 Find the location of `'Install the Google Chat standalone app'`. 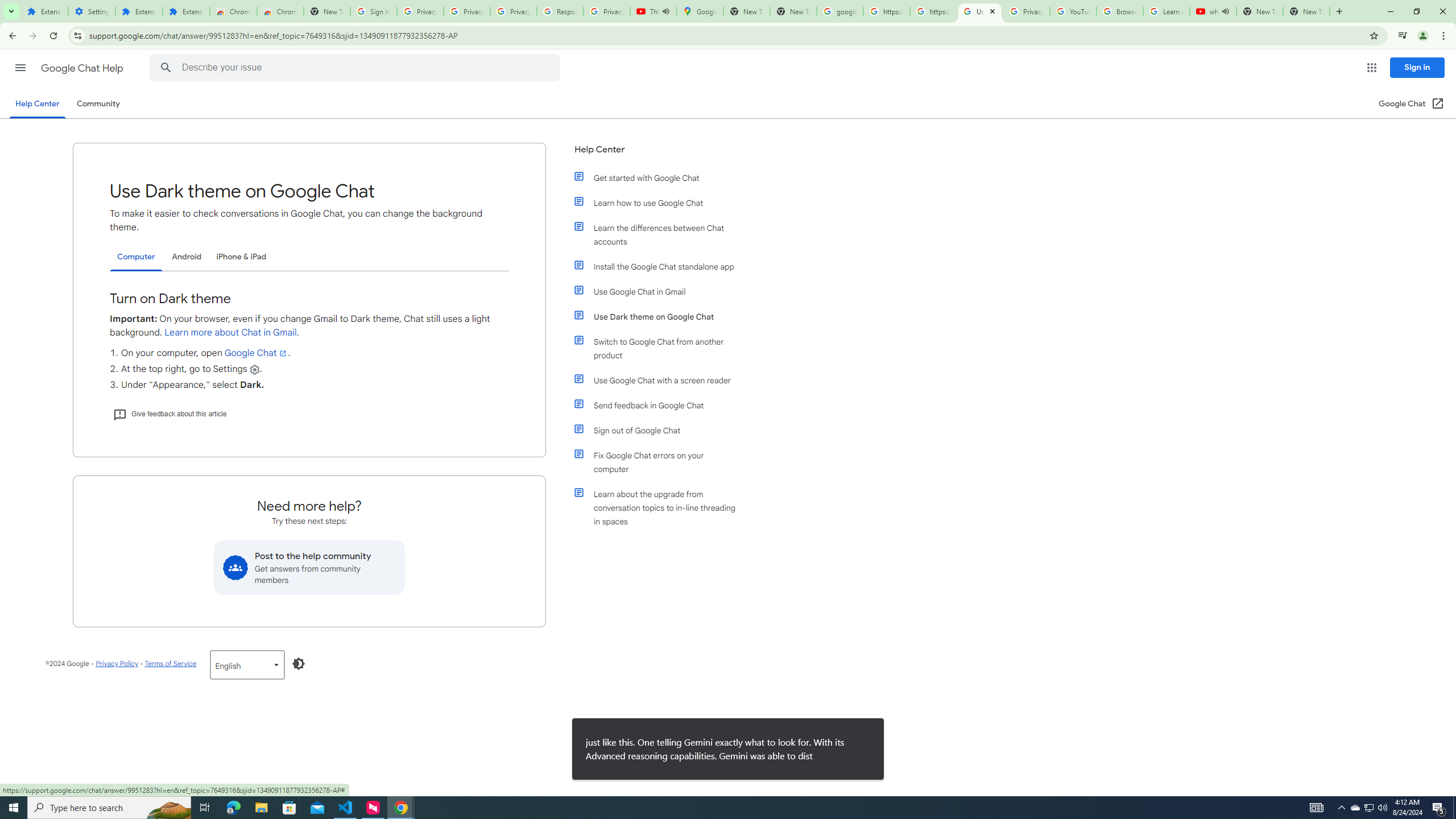

'Install the Google Chat standalone app' is located at coordinates (661, 266).